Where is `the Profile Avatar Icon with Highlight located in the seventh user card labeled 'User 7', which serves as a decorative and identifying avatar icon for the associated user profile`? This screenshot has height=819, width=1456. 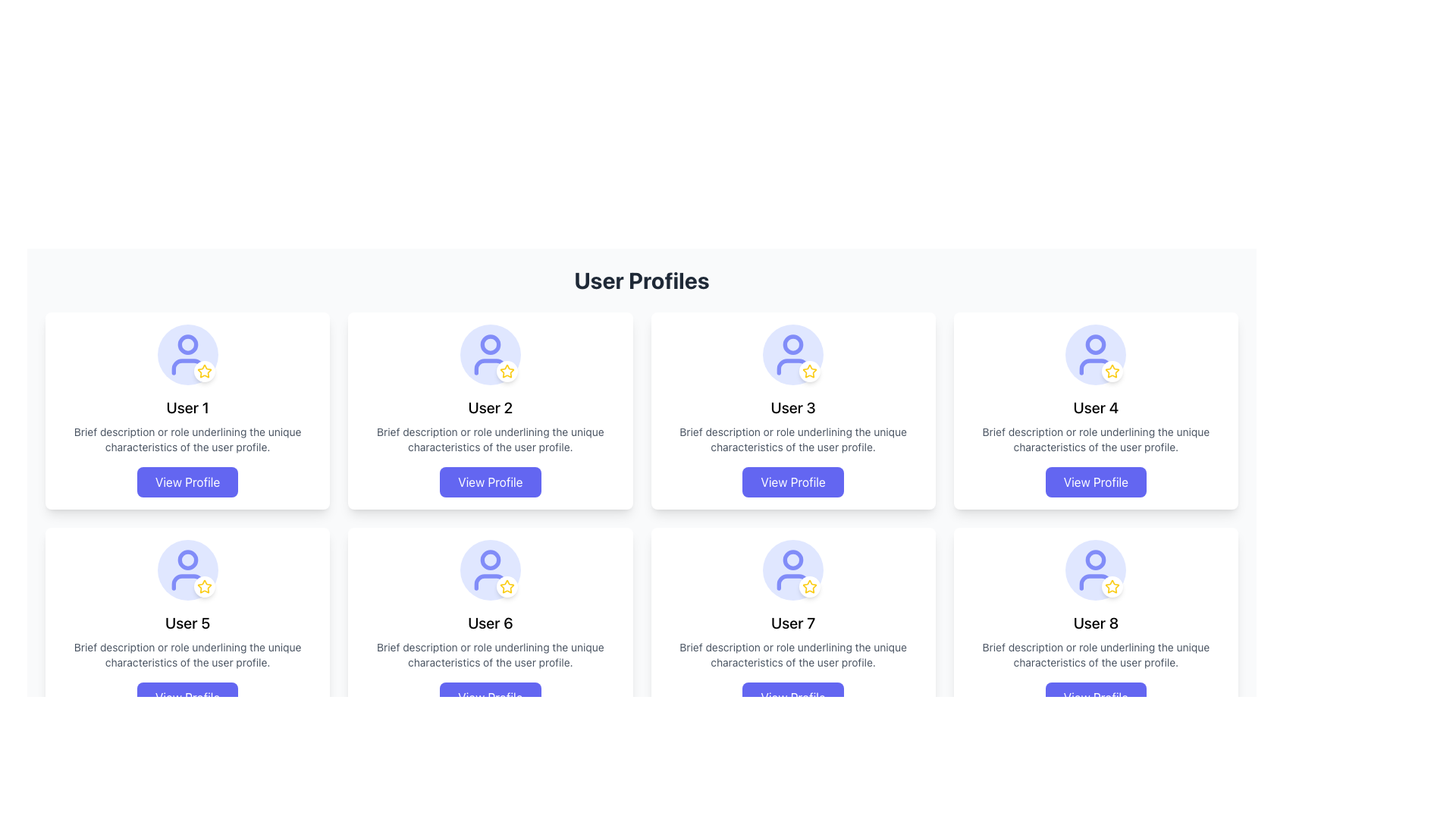
the Profile Avatar Icon with Highlight located in the seventh user card labeled 'User 7', which serves as a decorative and identifying avatar icon for the associated user profile is located at coordinates (792, 570).